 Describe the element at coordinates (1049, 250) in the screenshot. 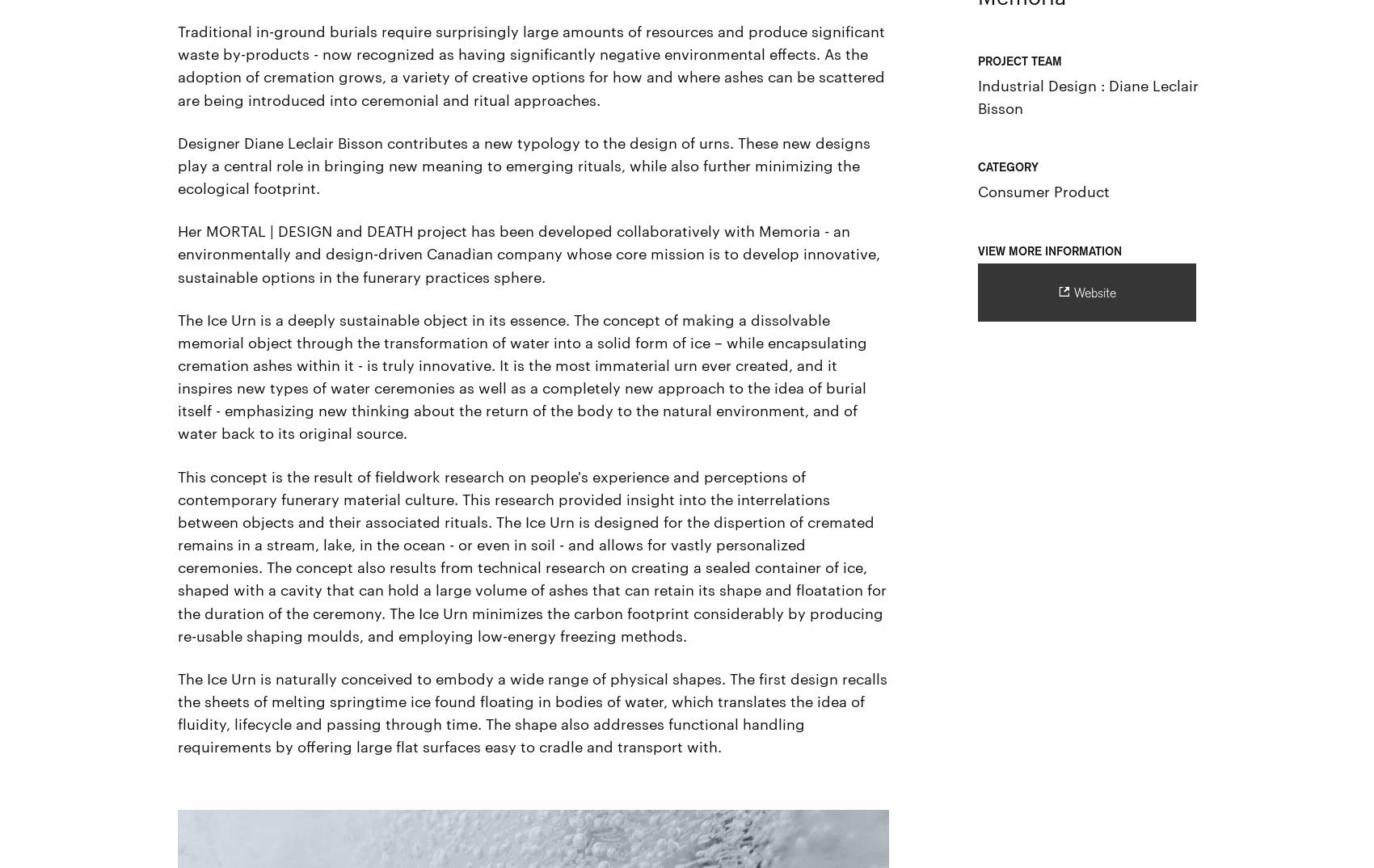

I see `'View More Information'` at that location.